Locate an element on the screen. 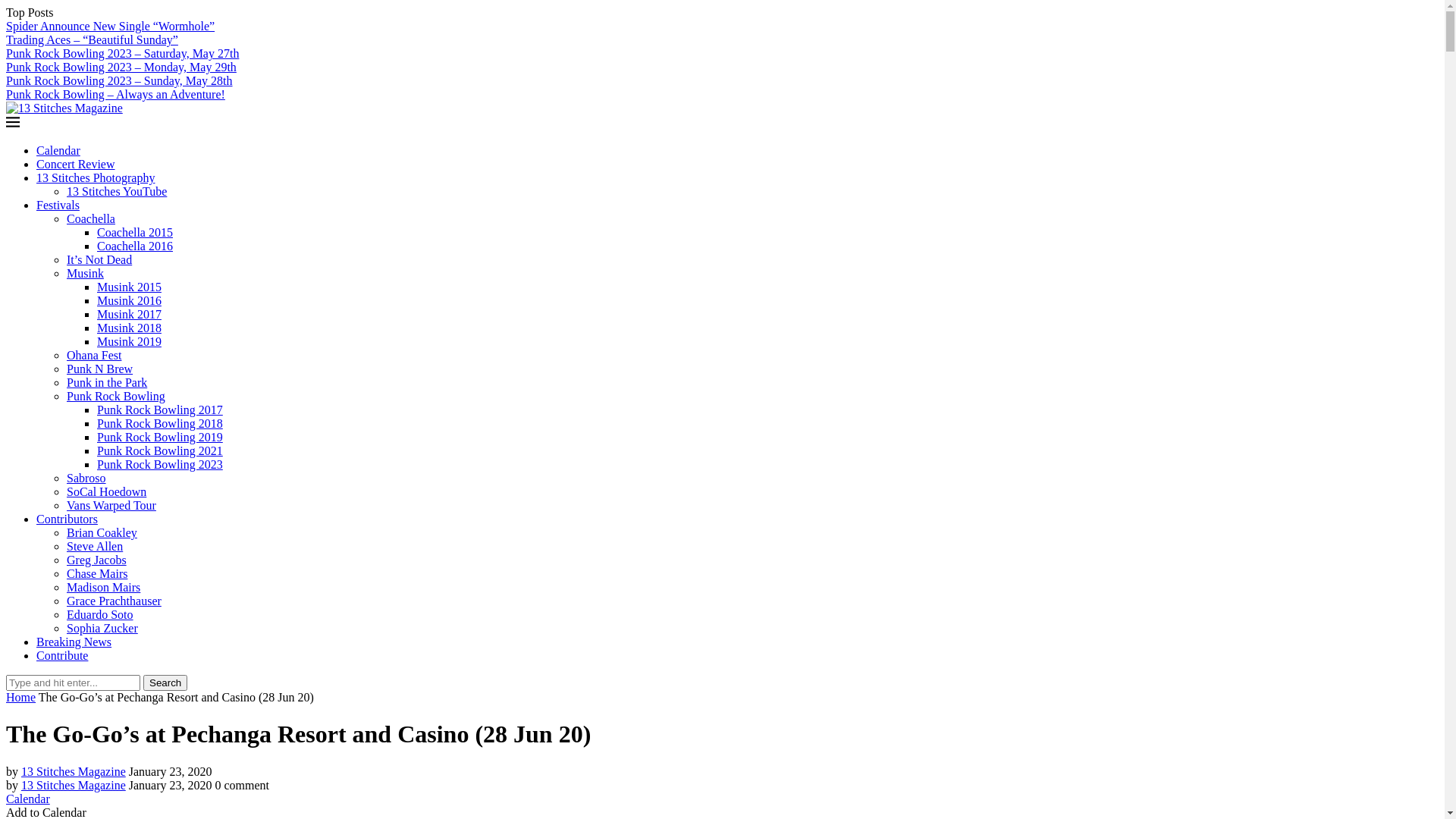 The width and height of the screenshot is (1456, 819). 'Contribute' is located at coordinates (61, 654).